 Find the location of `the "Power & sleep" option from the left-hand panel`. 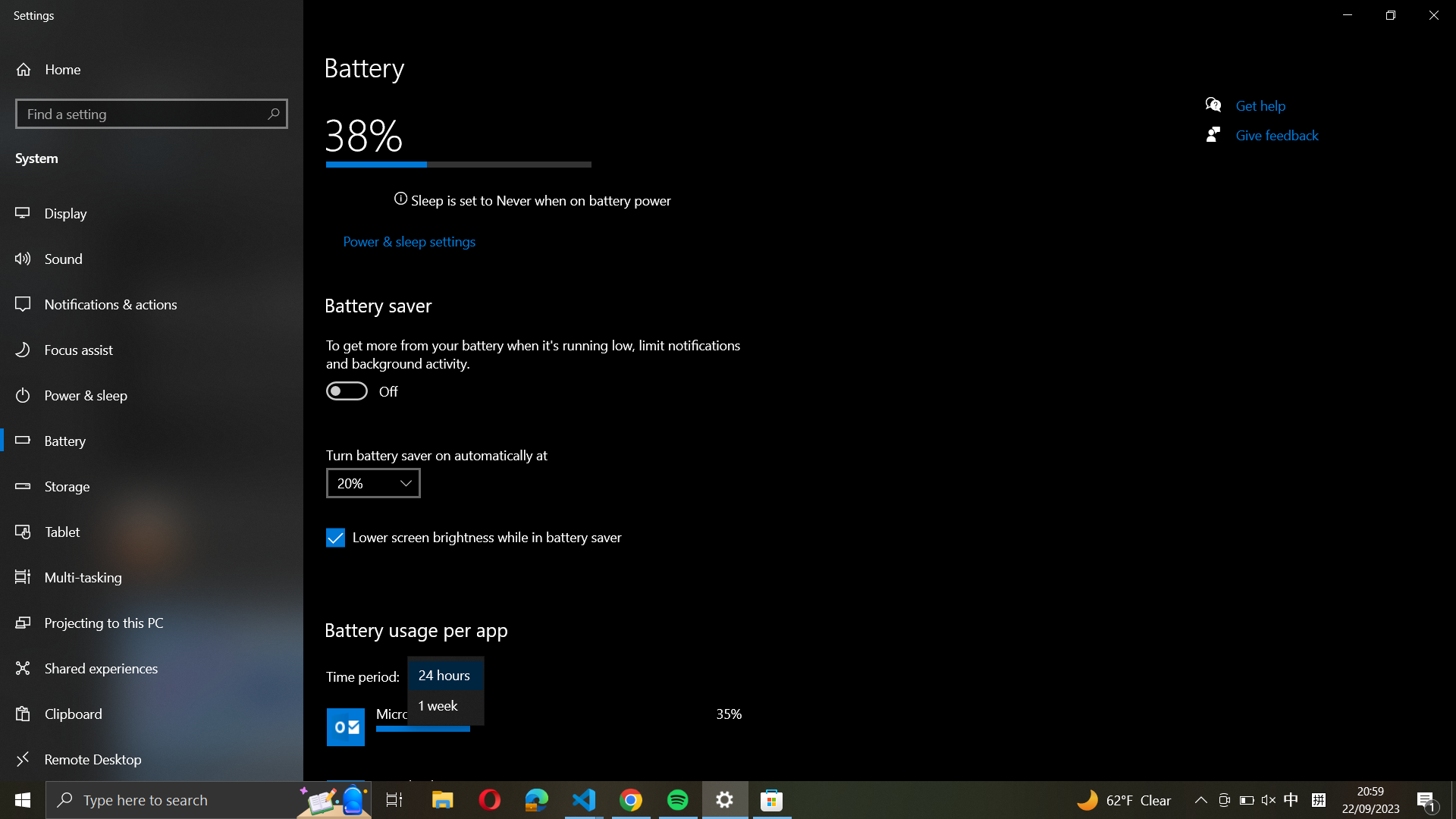

the "Power & sleep" option from the left-hand panel is located at coordinates (407, 242).